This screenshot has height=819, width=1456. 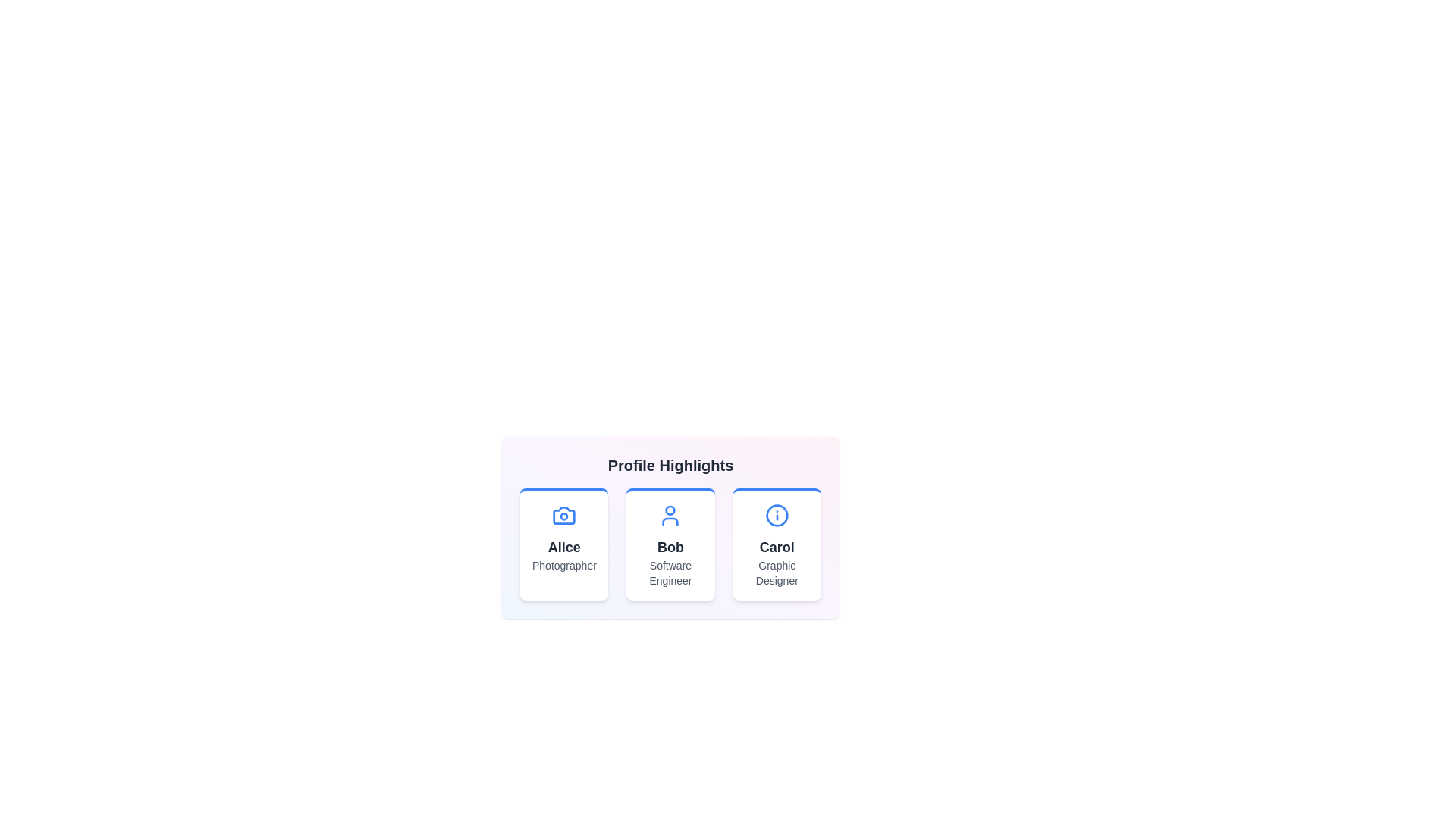 I want to click on the profile card for Carol, so click(x=777, y=543).